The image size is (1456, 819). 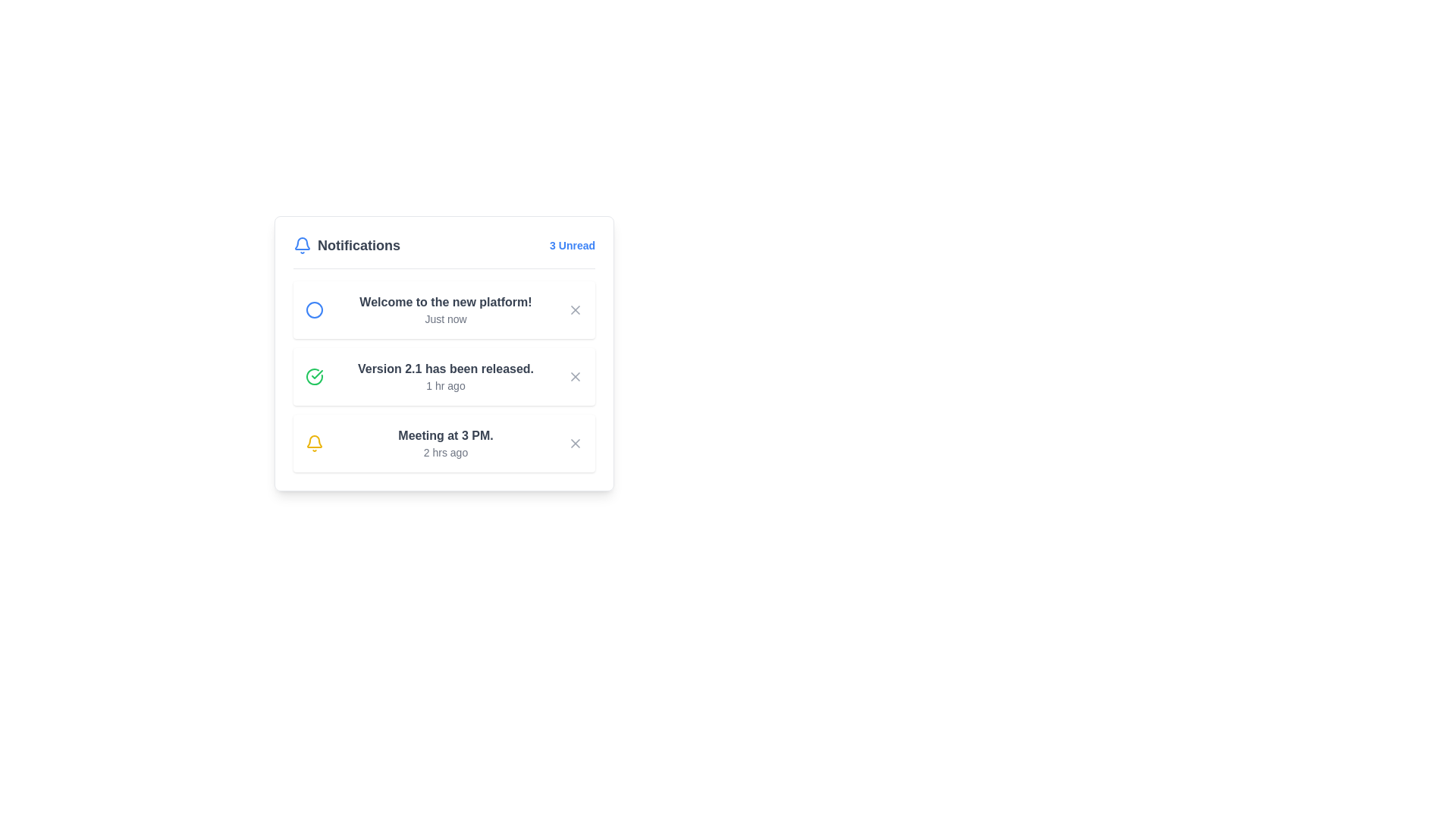 What do you see at coordinates (445, 385) in the screenshot?
I see `information displayed in the text label showing '1 hr ago', which is a small gray text located beneath the notification text 'Version 2.1 has been released.'` at bounding box center [445, 385].